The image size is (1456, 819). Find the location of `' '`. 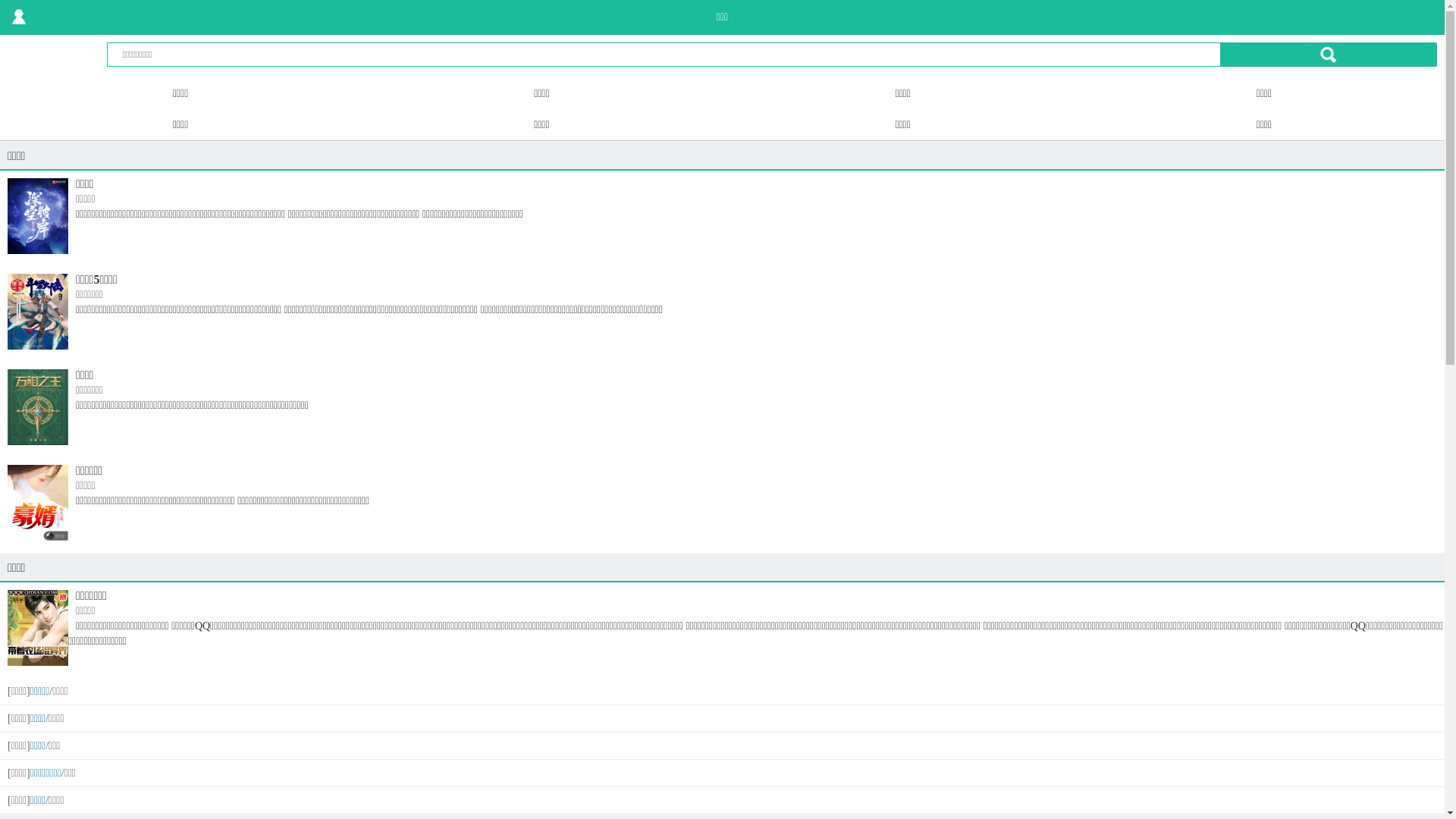

' ' is located at coordinates (18, 17).